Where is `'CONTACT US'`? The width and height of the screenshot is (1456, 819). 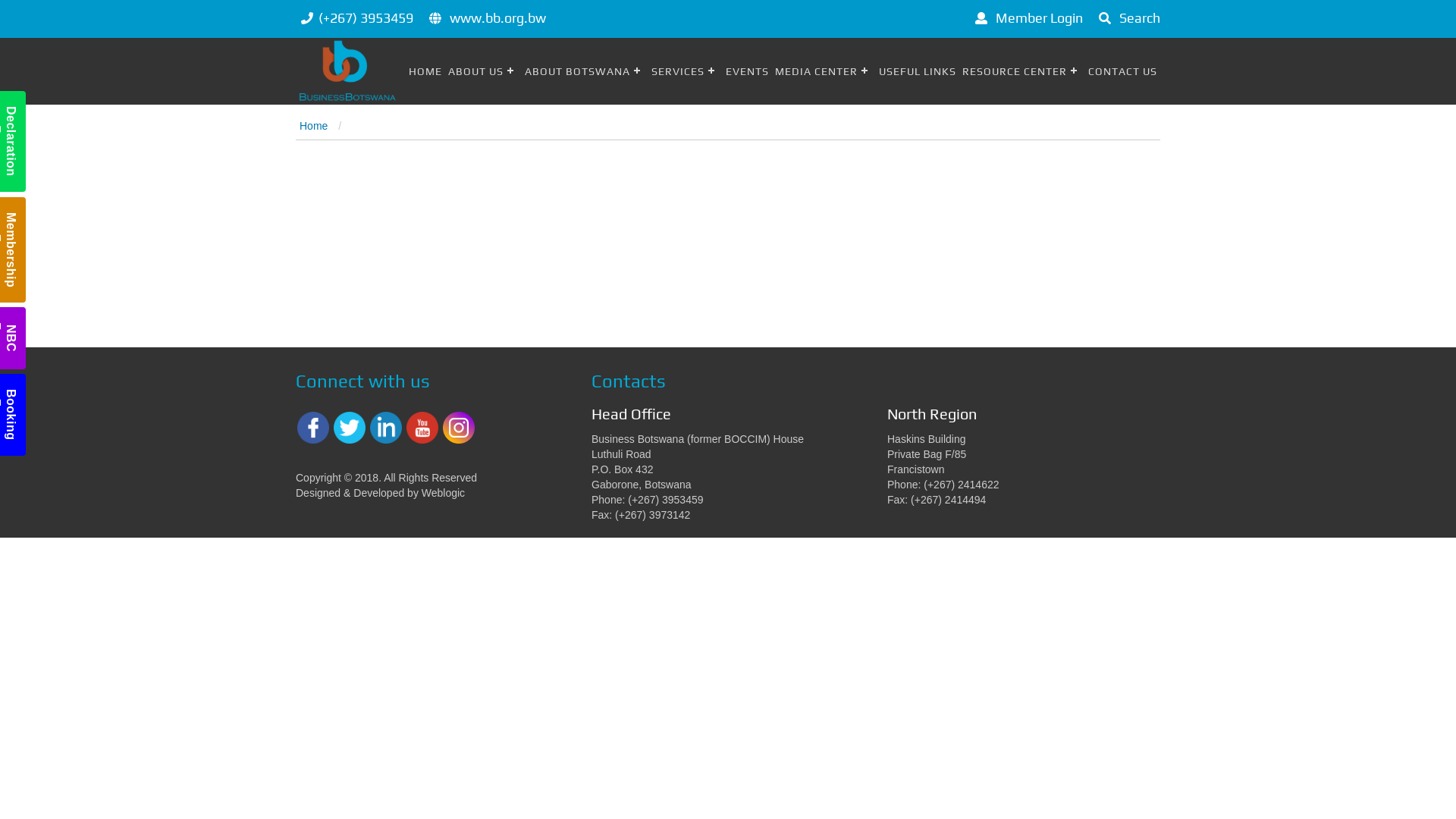
'CONTACT US' is located at coordinates (1122, 71).